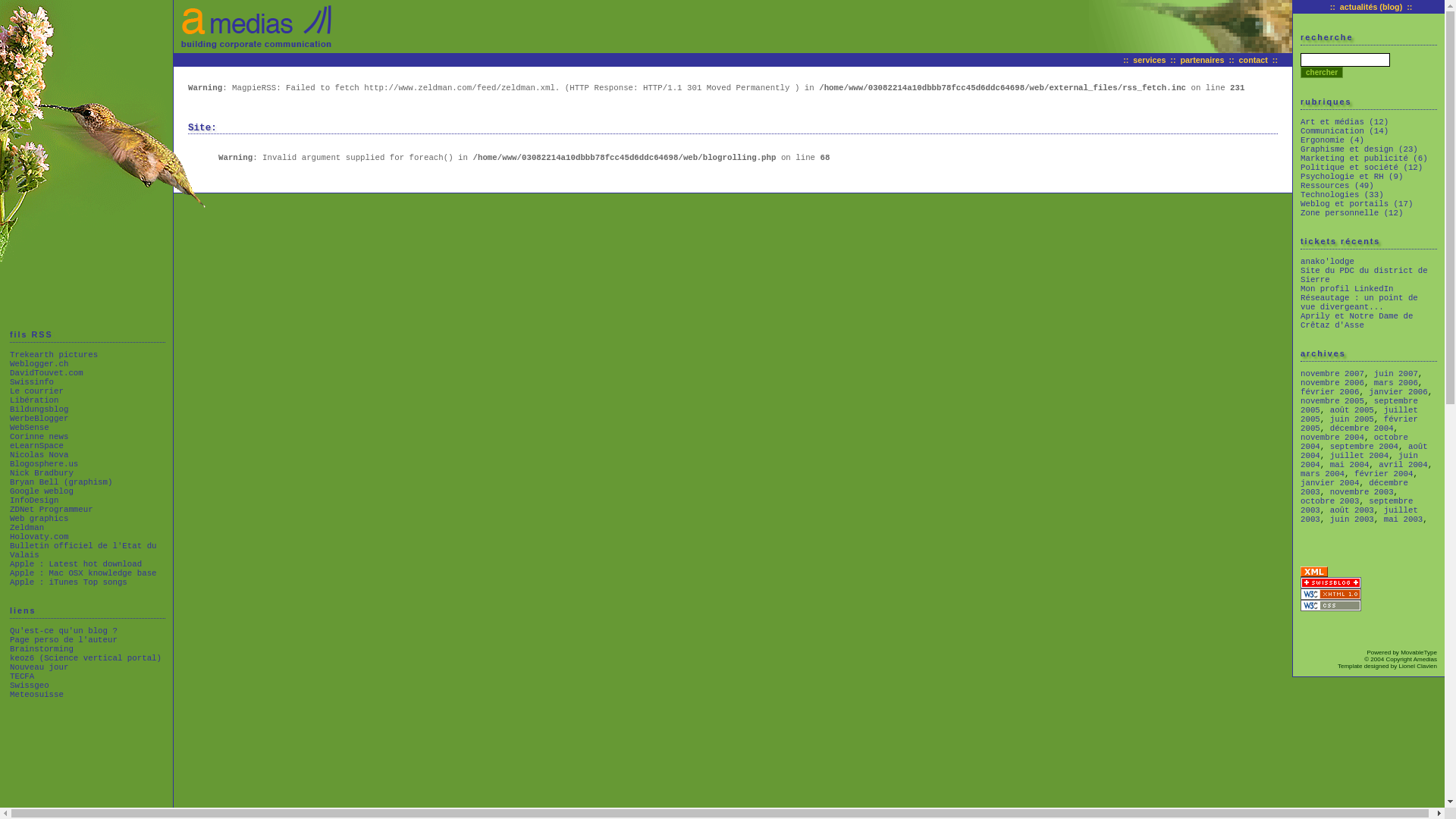 This screenshot has height=819, width=1456. What do you see at coordinates (27, 526) in the screenshot?
I see `'Zeldman'` at bounding box center [27, 526].